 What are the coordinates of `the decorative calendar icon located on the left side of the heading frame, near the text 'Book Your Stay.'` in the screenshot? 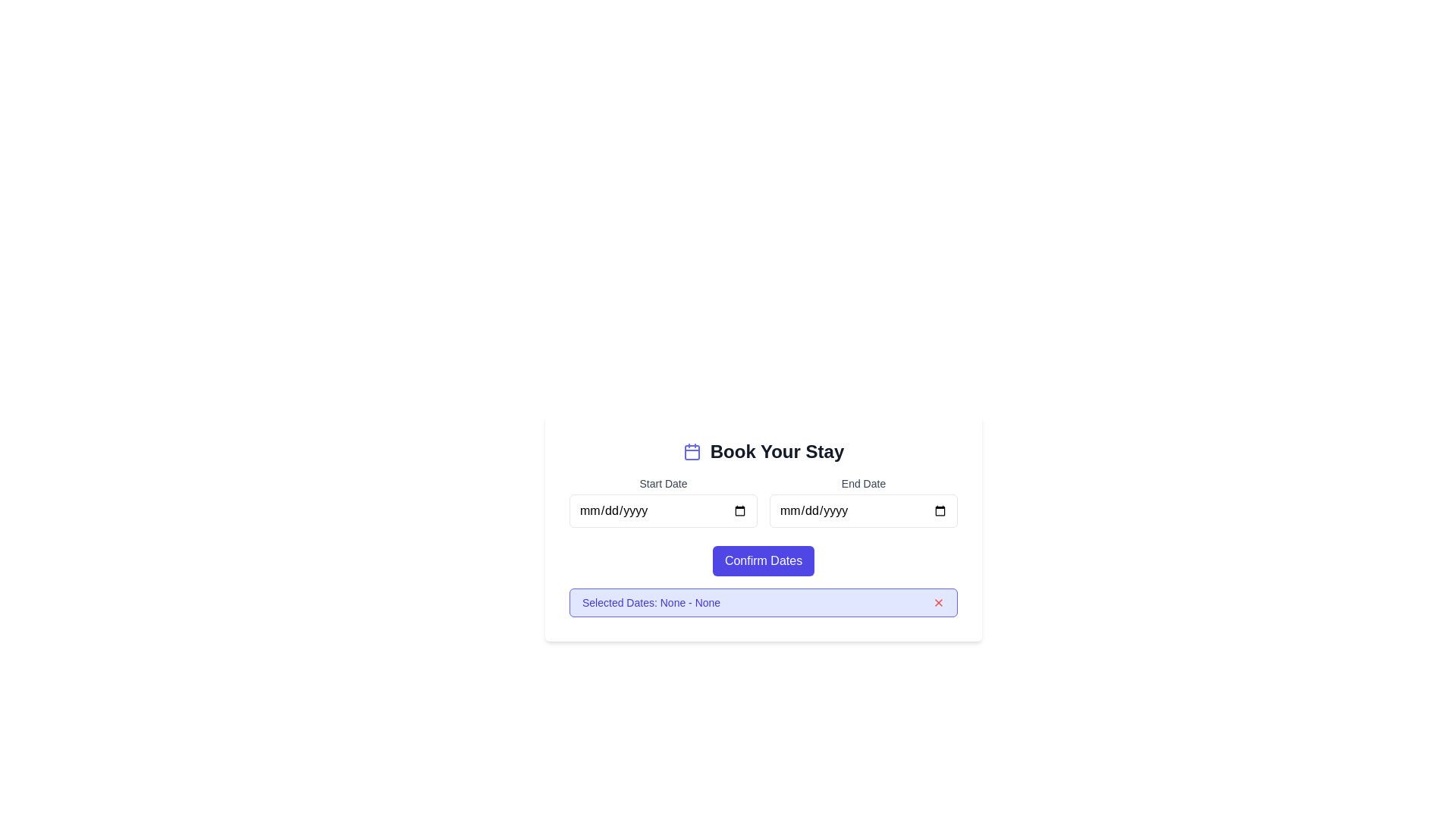 It's located at (691, 451).